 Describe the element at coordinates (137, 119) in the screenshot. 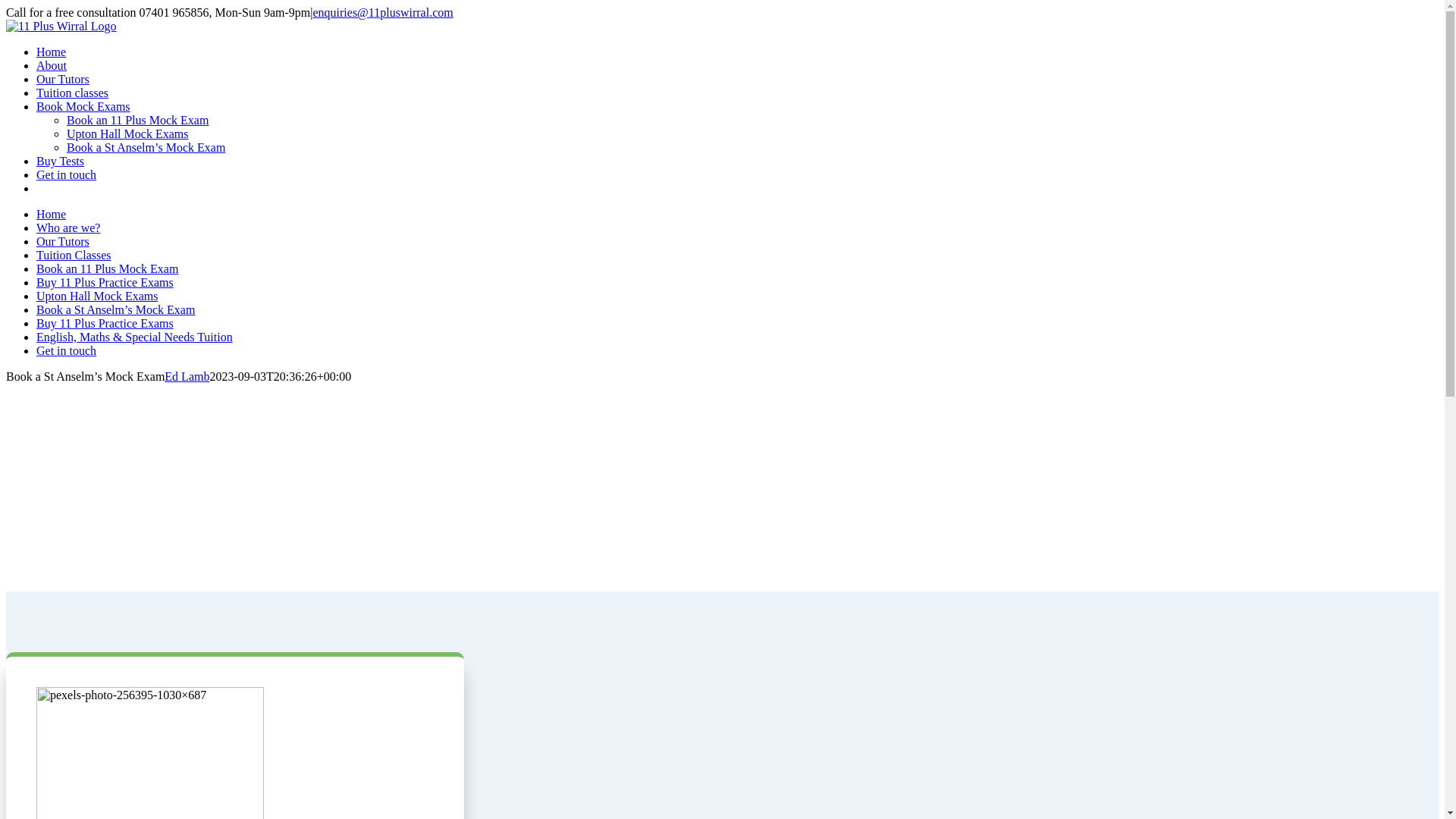

I see `'Book an 11 Plus Mock Exam'` at that location.